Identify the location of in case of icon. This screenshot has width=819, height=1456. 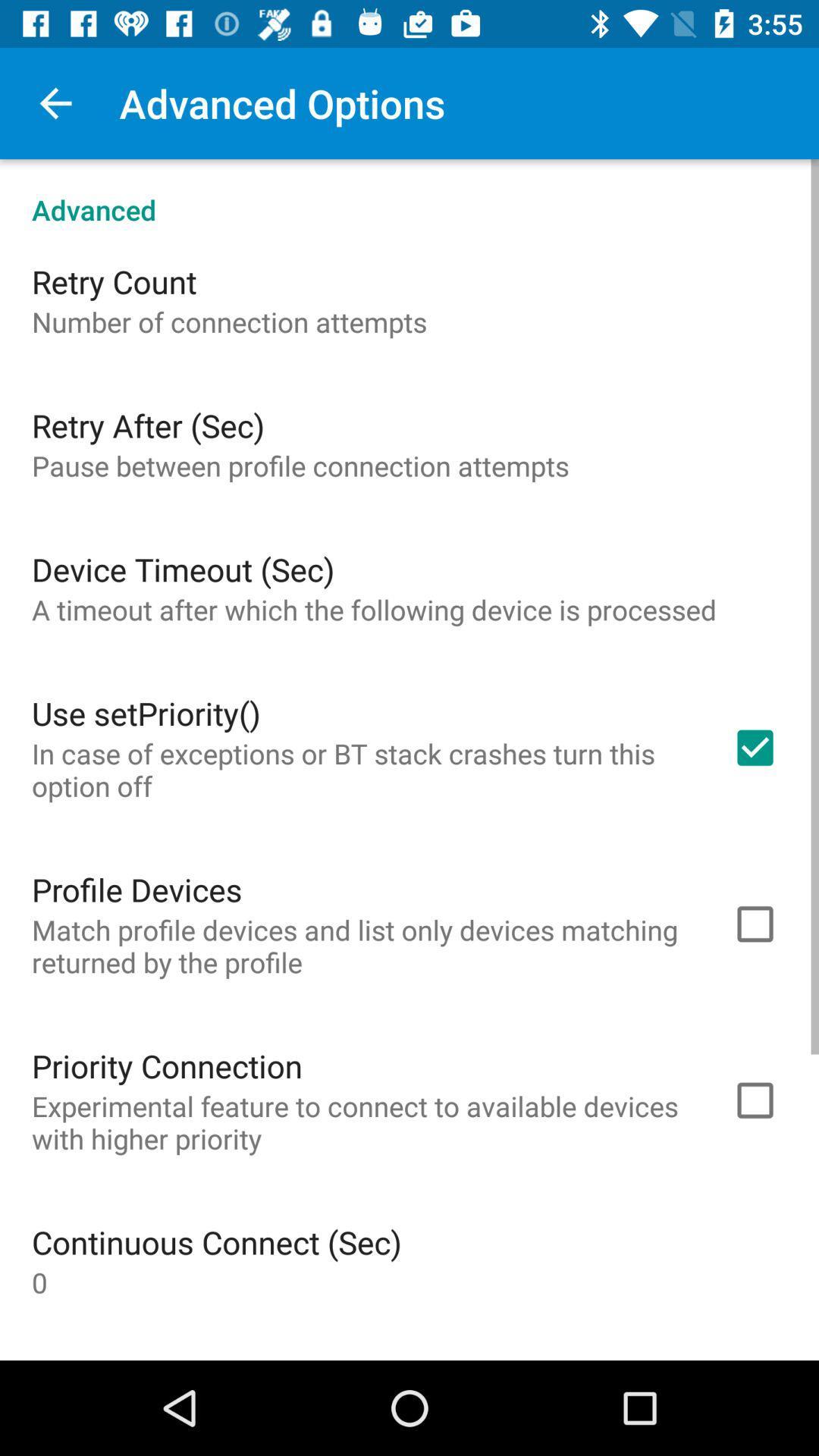
(362, 770).